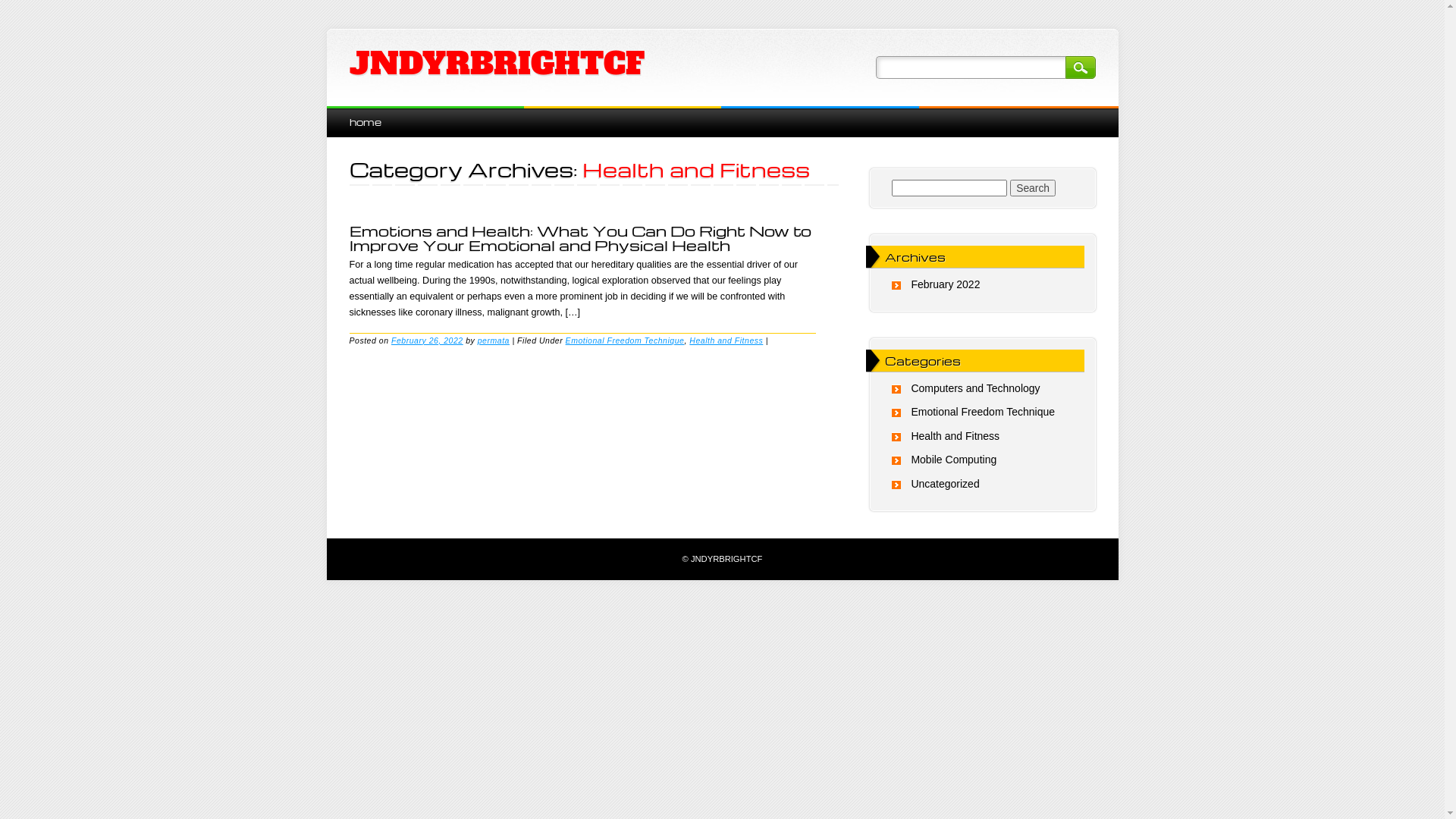  I want to click on 'permata', so click(494, 338).